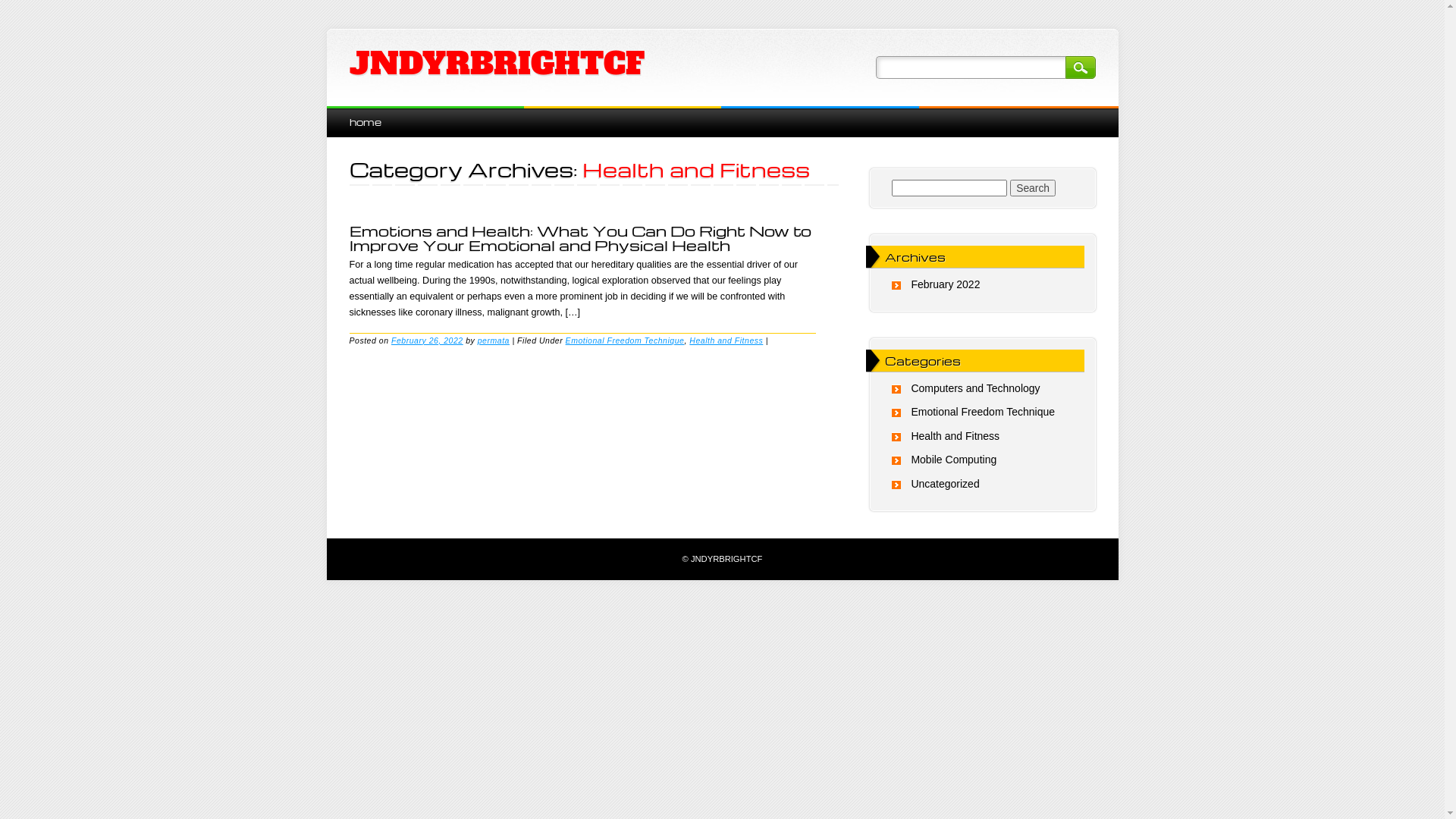  I want to click on 'permata', so click(494, 338).